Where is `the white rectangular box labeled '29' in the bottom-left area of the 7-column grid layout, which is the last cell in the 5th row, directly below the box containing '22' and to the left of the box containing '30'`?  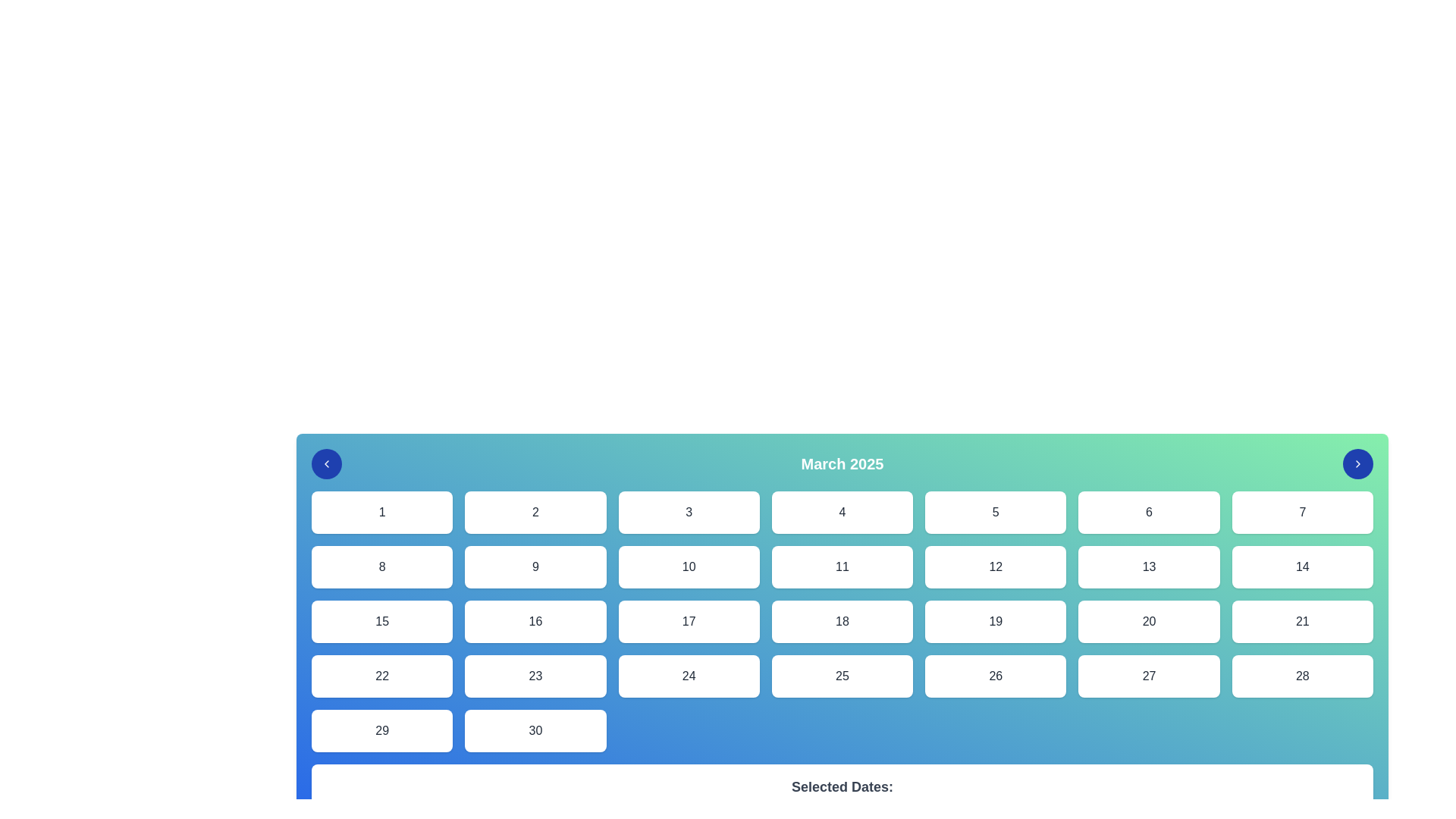 the white rectangular box labeled '29' in the bottom-left area of the 7-column grid layout, which is the last cell in the 5th row, directly below the box containing '22' and to the left of the box containing '30' is located at coordinates (382, 730).